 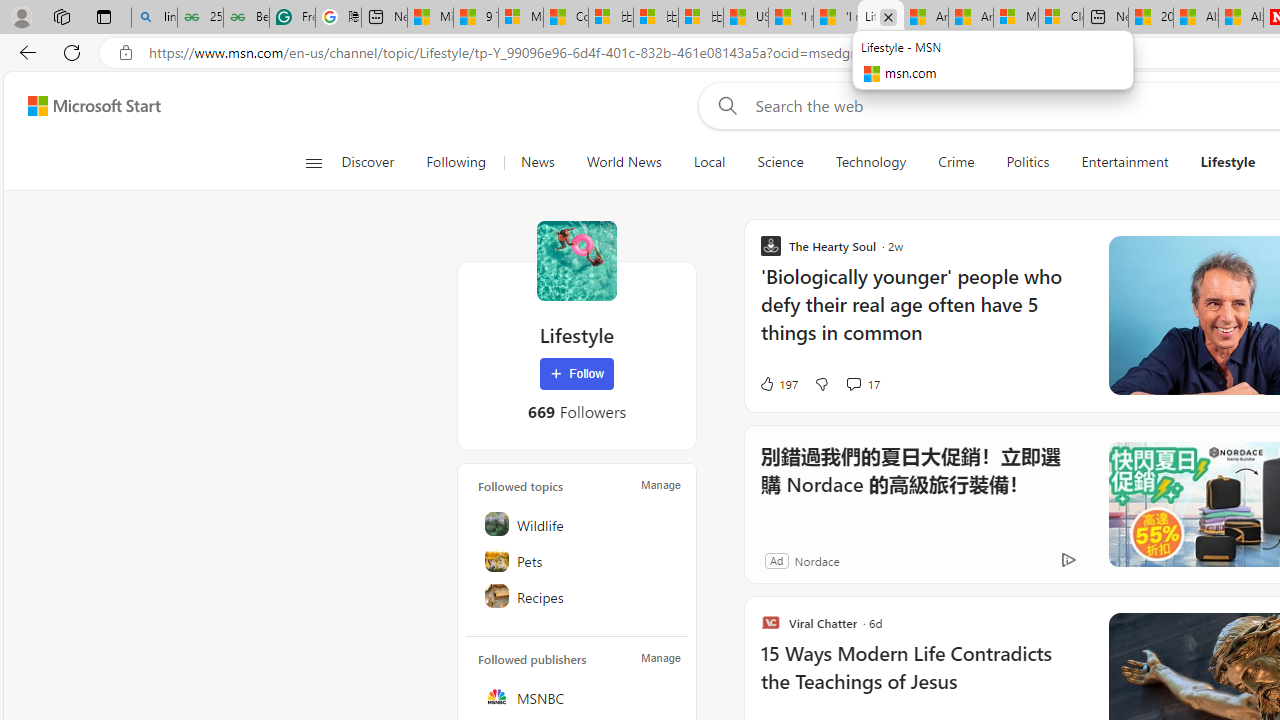 I want to click on 'Skip to content', so click(x=86, y=105).